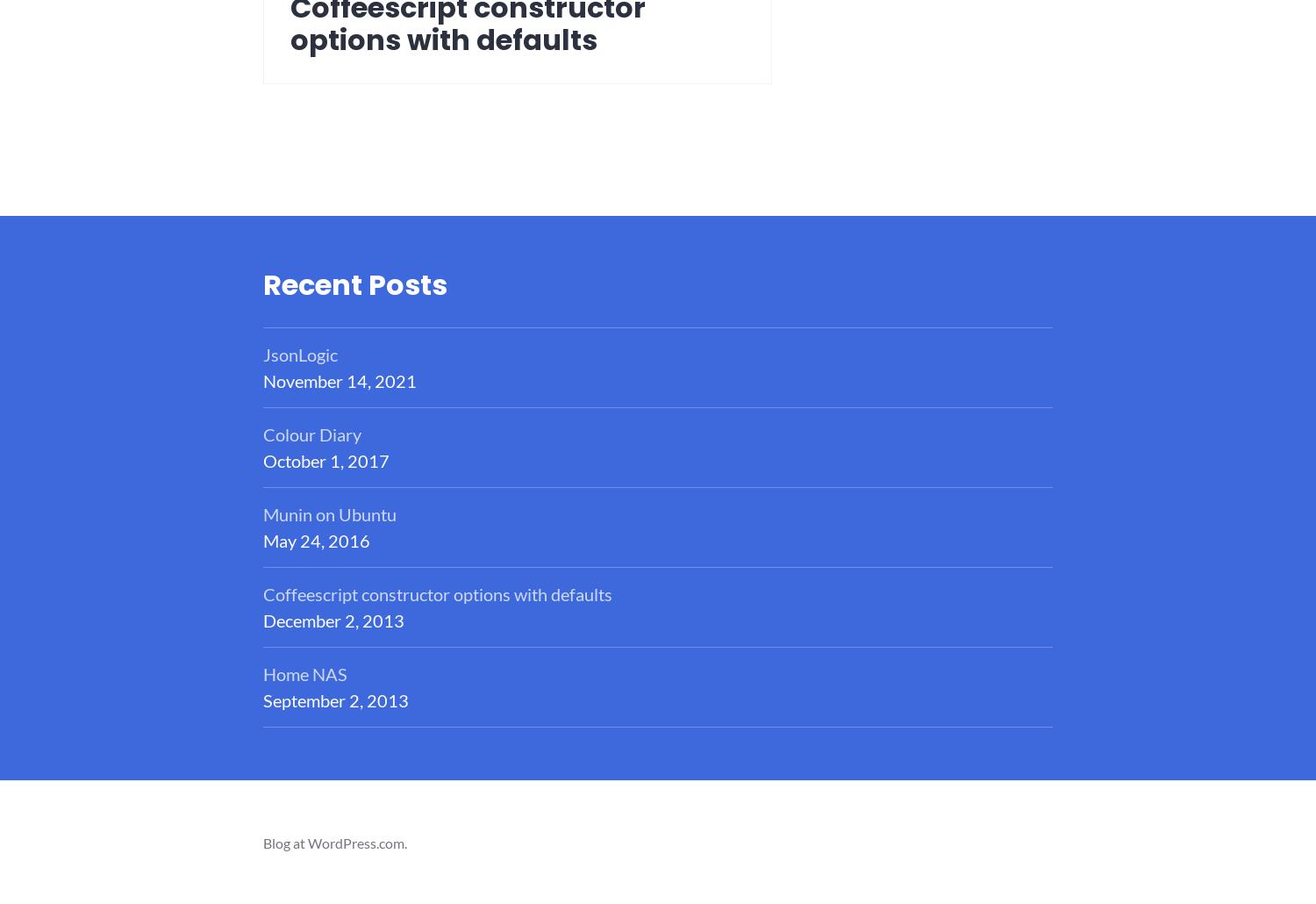  I want to click on 'JsonLogic', so click(299, 354).